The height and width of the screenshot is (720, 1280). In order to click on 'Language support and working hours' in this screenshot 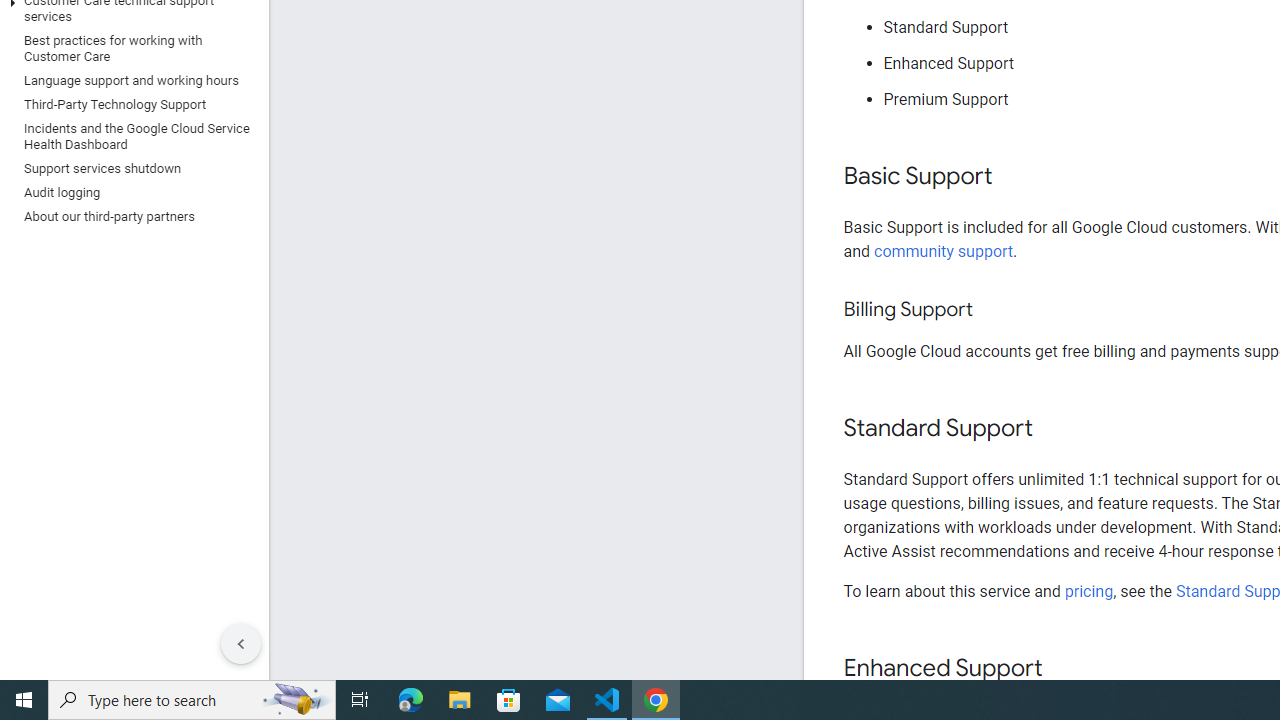, I will do `click(129, 80)`.